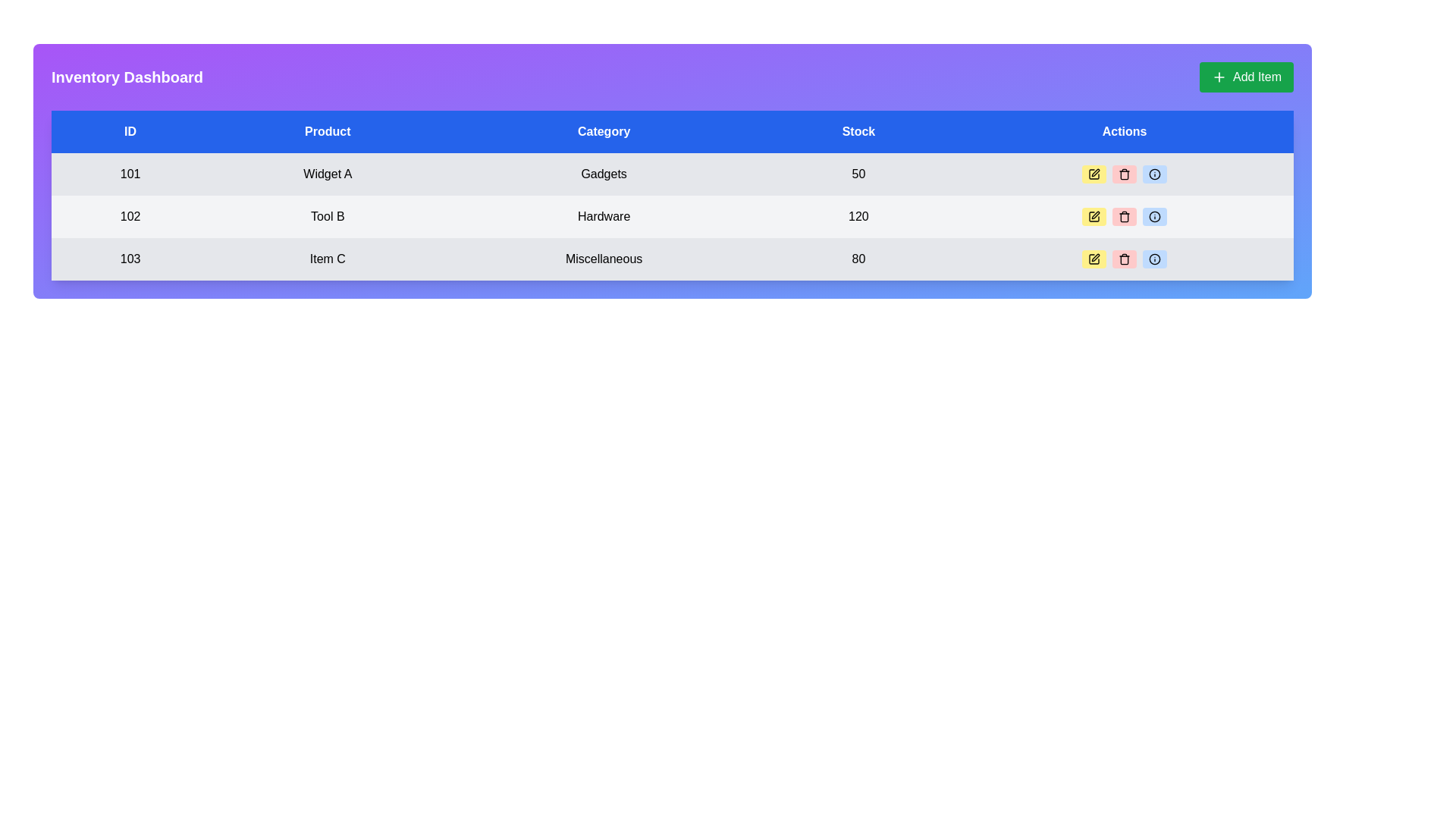 This screenshot has width=1456, height=819. I want to click on the circular icon button with a blue background, which is the fourth button in the 'Actions' column of the last row of the table, so click(1153, 259).